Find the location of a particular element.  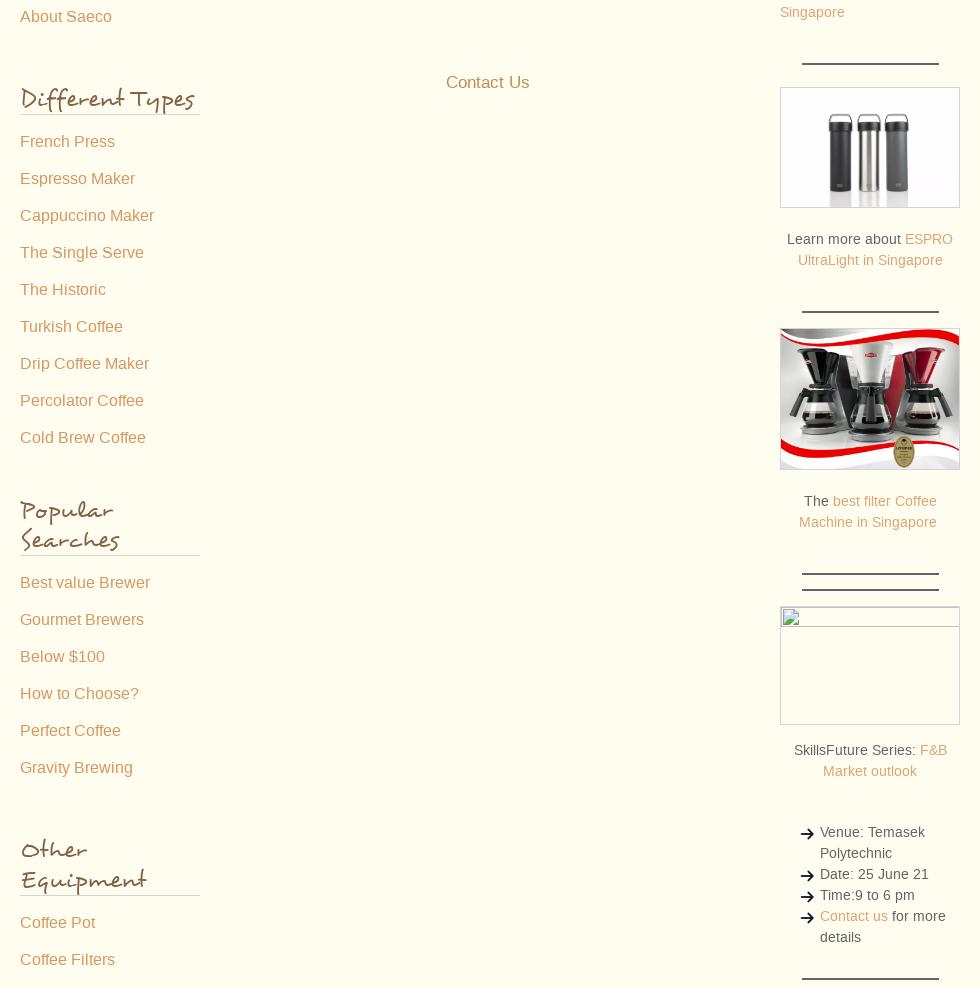

'Date: 25 June 21' is located at coordinates (874, 873).